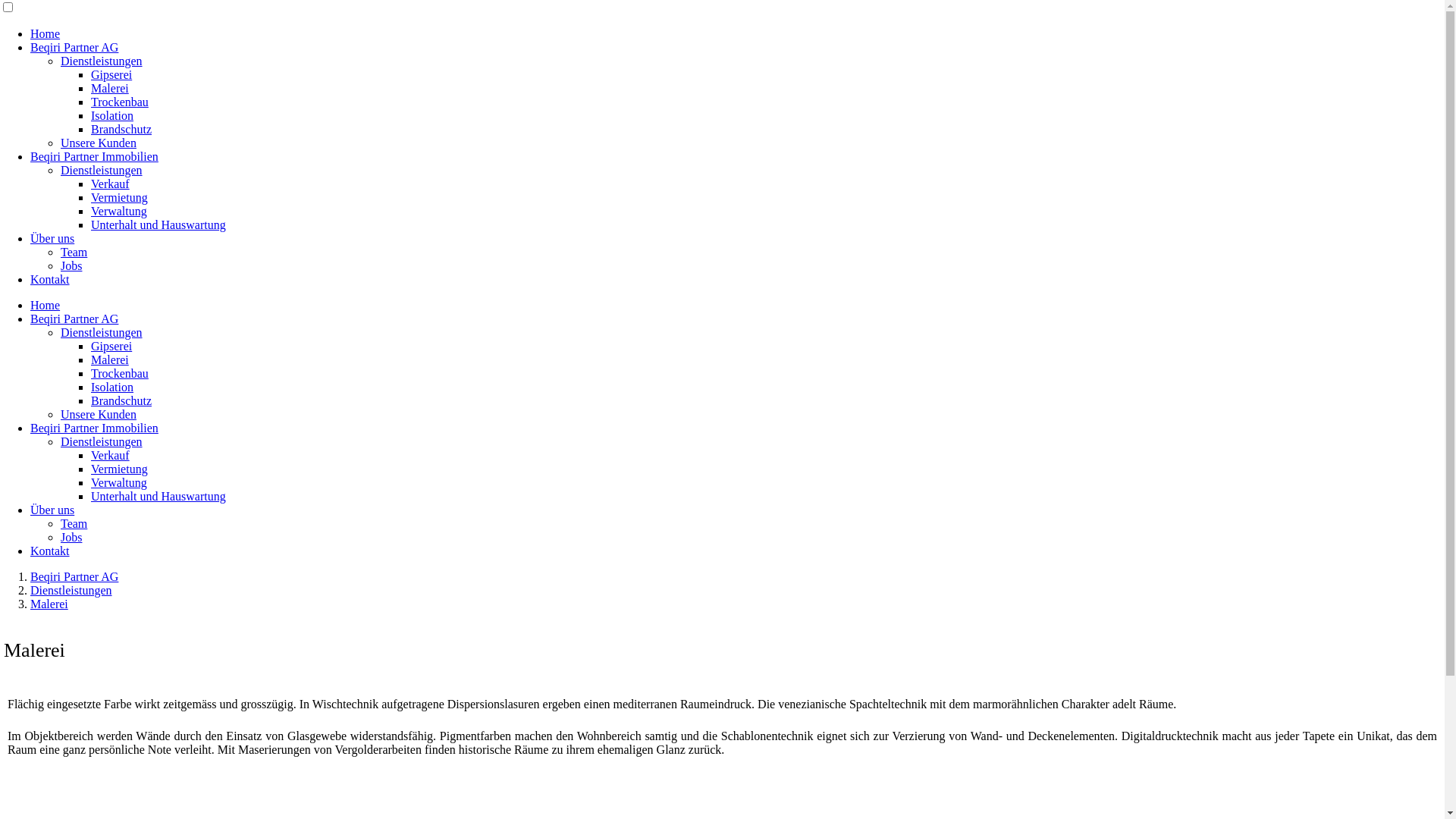 This screenshot has height=819, width=1456. What do you see at coordinates (50, 279) in the screenshot?
I see `'Kontakt'` at bounding box center [50, 279].